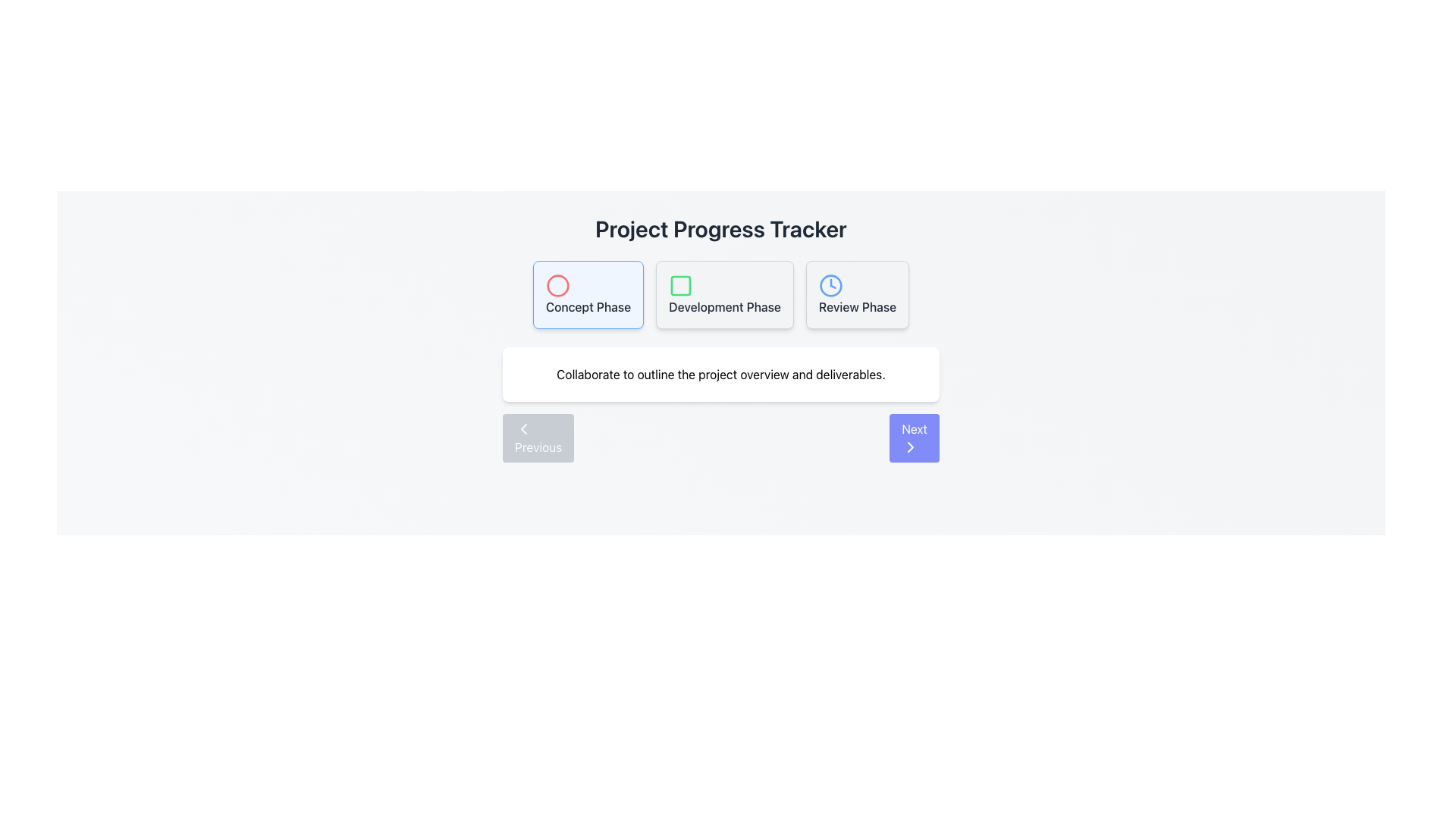 This screenshot has height=819, width=1456. I want to click on the decorative icon representing the 'Concept Phase' status, situated near the title 'Concept Phase', so click(557, 286).